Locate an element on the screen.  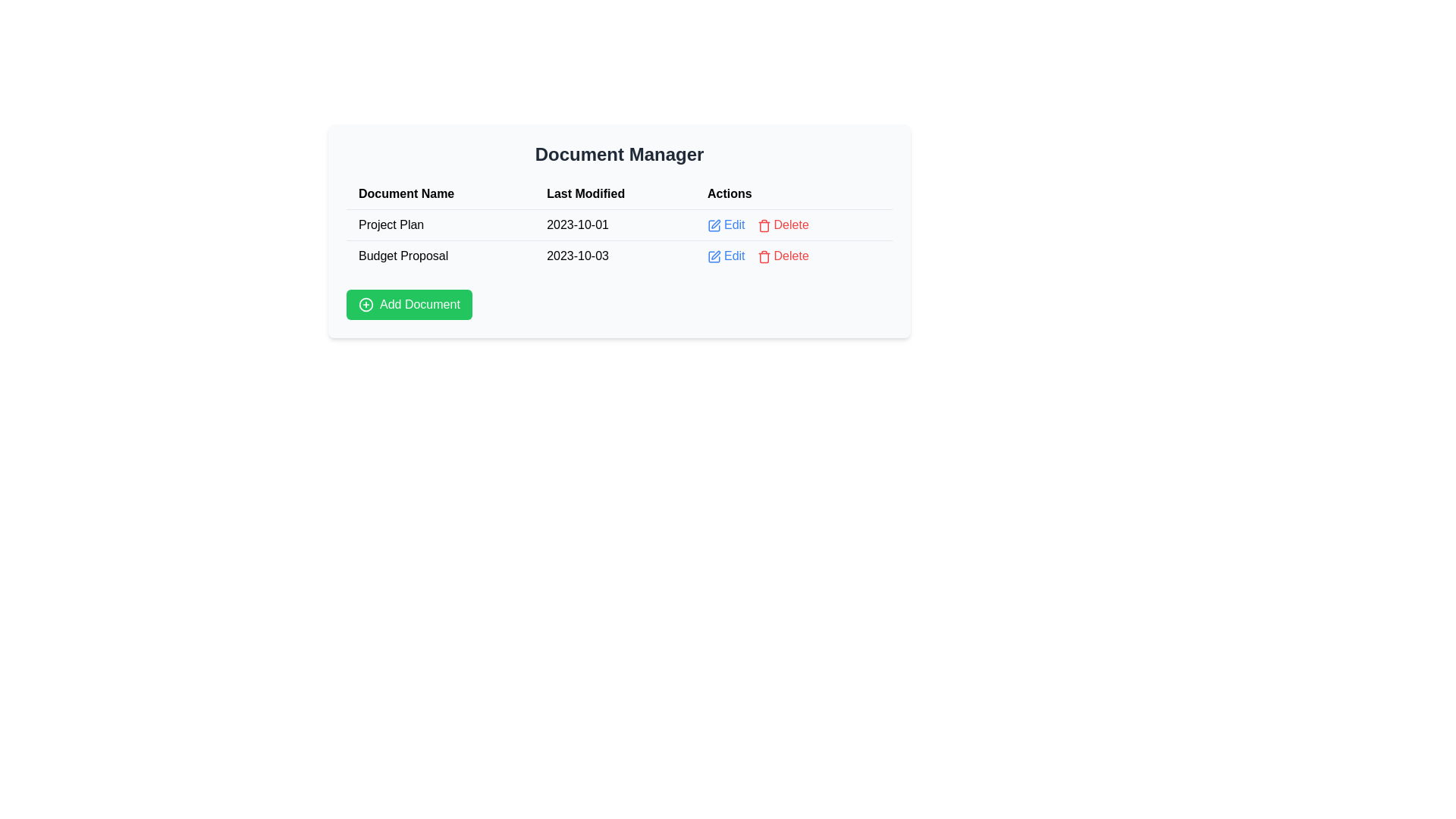
the red 'Delete' button with a trash icon to initiate deletion, located in the 'Actions' column of the first row of the table, next to the 'Edit' button is located at coordinates (783, 225).